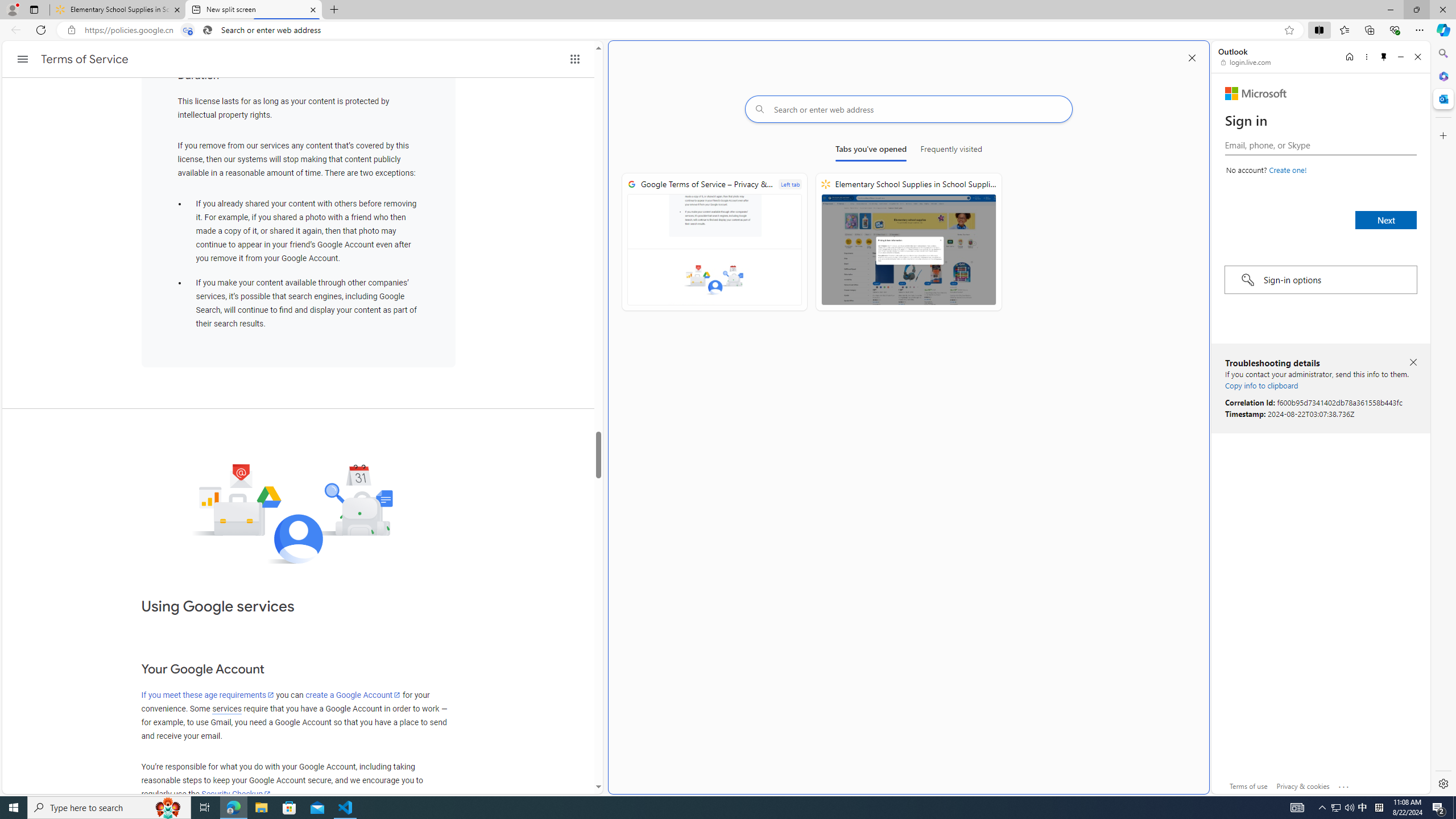  Describe the element at coordinates (1349, 56) in the screenshot. I see `'Home'` at that location.